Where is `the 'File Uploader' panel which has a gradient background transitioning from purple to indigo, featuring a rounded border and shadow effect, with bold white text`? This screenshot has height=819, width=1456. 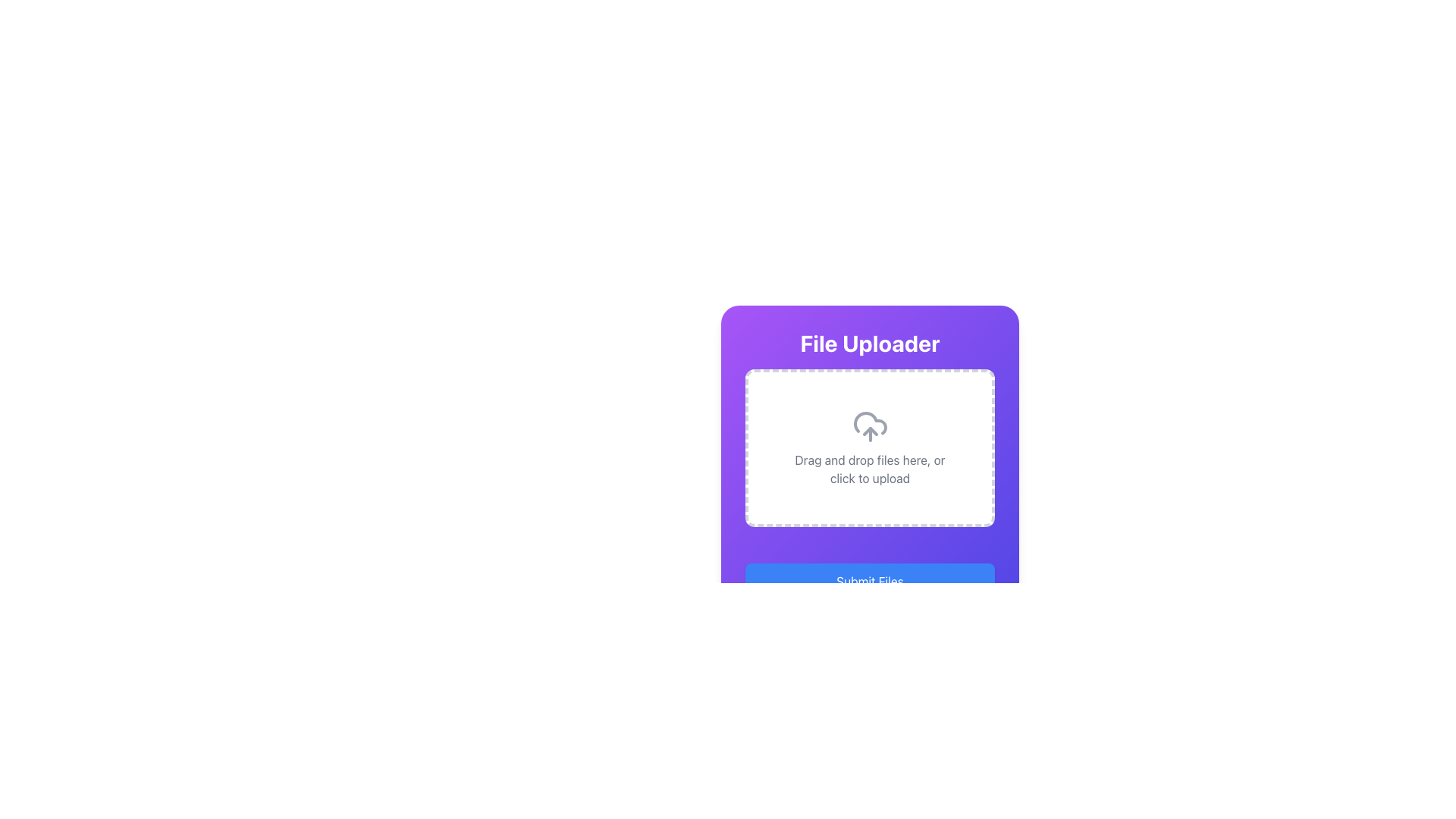
the 'File Uploader' panel which has a gradient background transitioning from purple to indigo, featuring a rounded border and shadow effect, with bold white text is located at coordinates (870, 464).